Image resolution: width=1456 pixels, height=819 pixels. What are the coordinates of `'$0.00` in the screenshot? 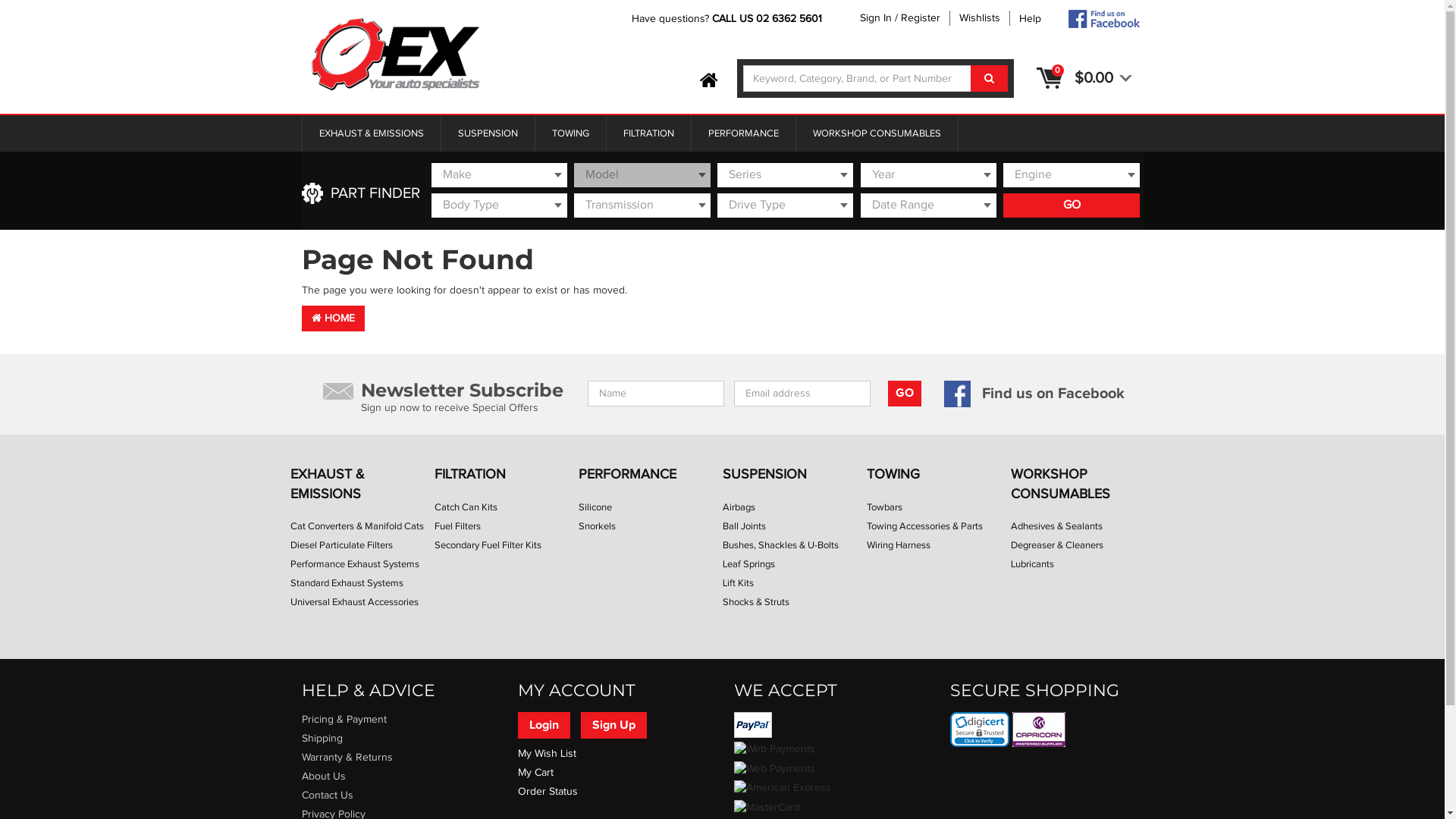 It's located at (1103, 78).